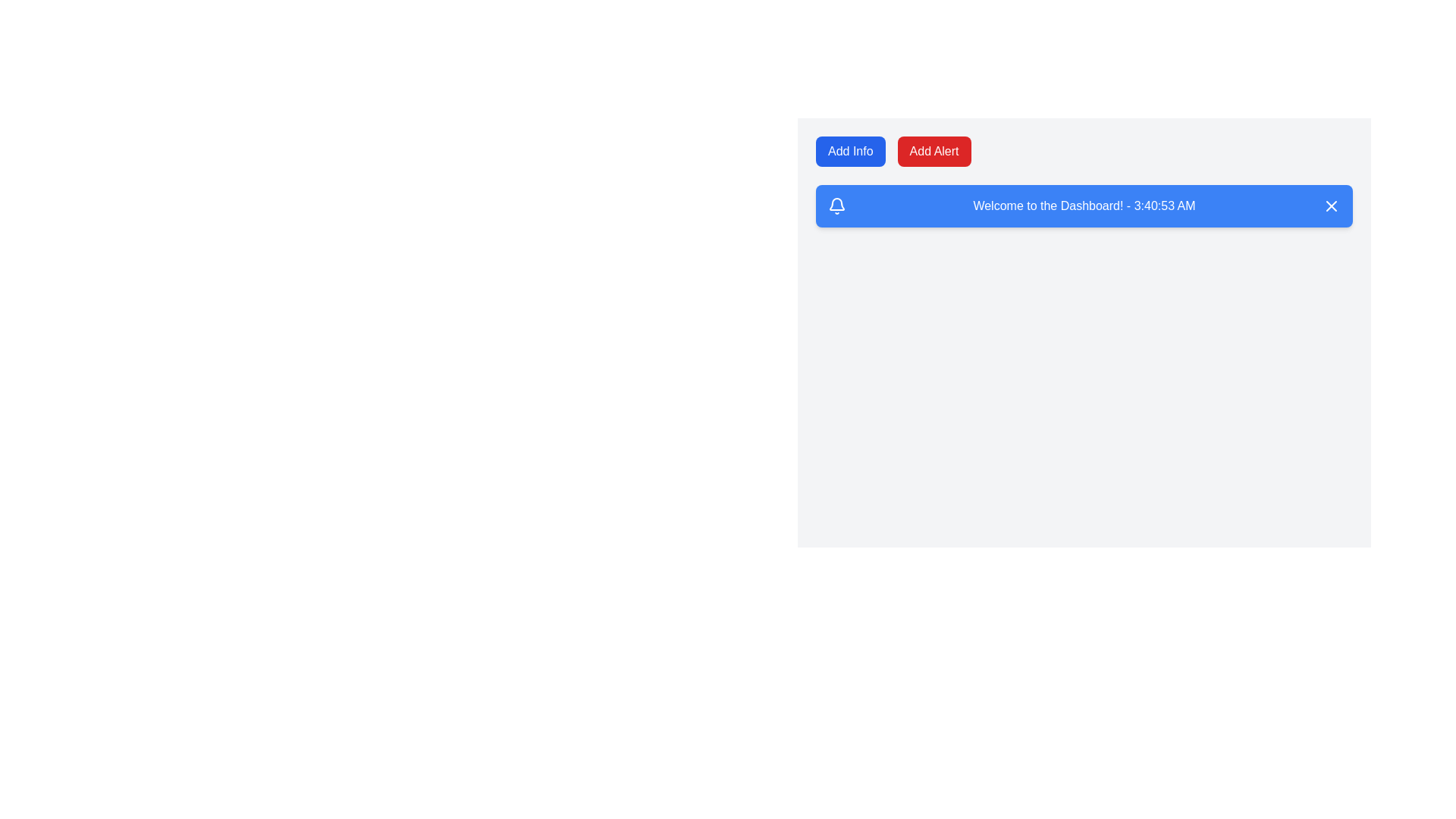  Describe the element at coordinates (836, 206) in the screenshot. I see `the bell-shaped notification icon outlined in minimalistic lines, located within the blue notification card near the text 'Welcome to the Dashboard! - 3:40:53 AM'` at that location.